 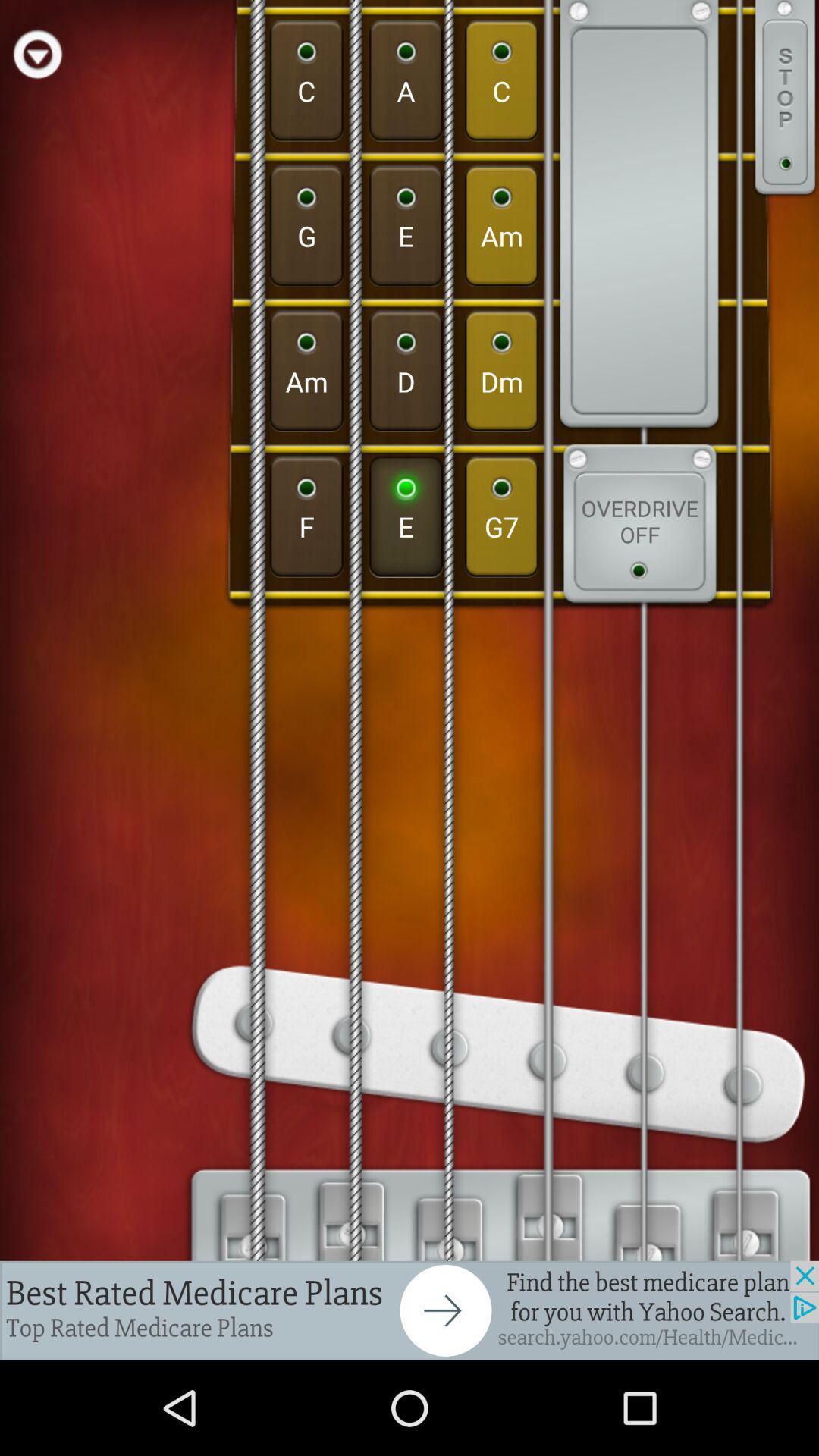 I want to click on stop playing, so click(x=785, y=99).